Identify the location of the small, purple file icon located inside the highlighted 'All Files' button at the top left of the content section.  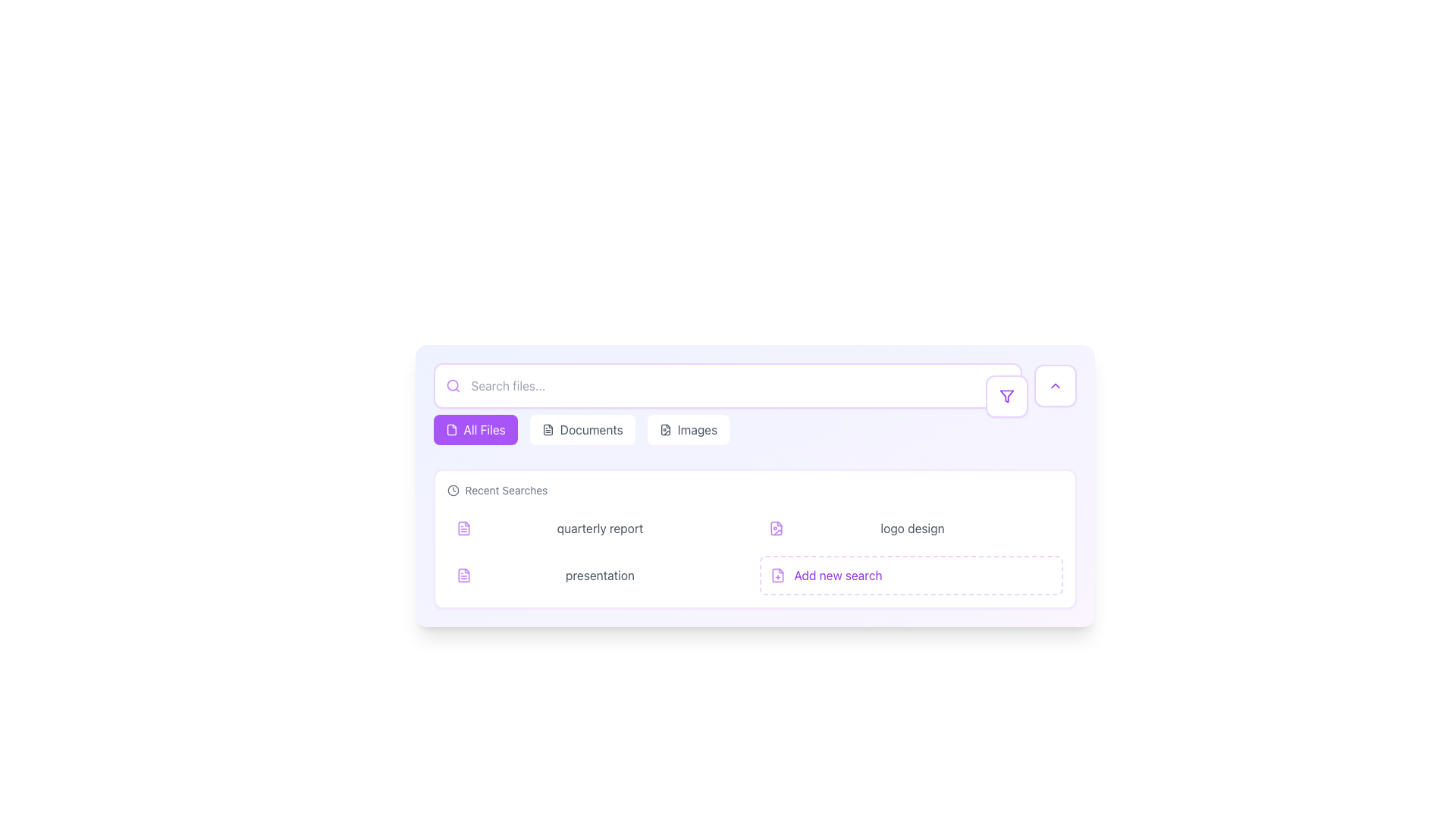
(450, 430).